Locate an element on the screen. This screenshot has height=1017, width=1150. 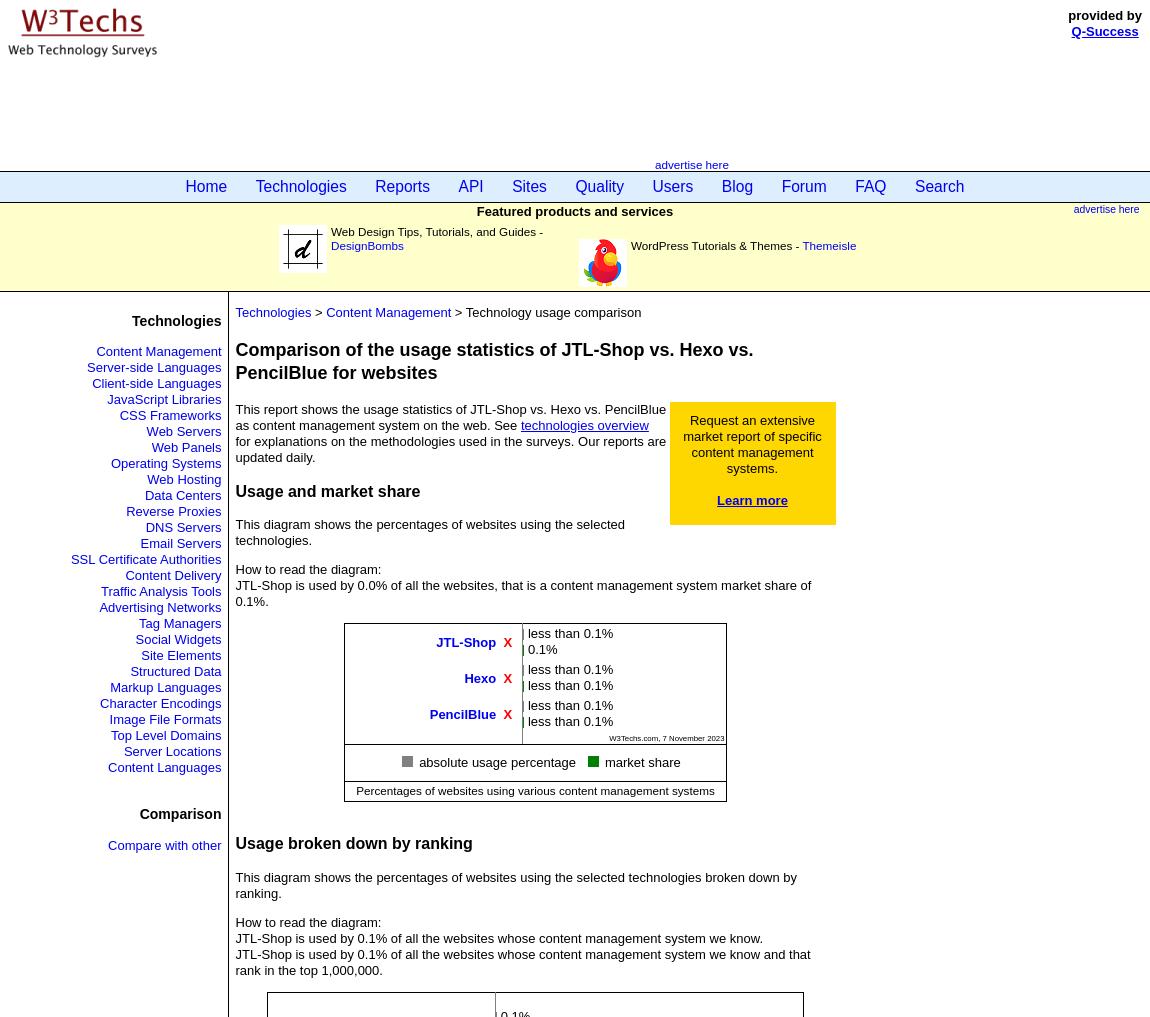
'Request an extensive market report of specific content management systems.' is located at coordinates (750, 443).